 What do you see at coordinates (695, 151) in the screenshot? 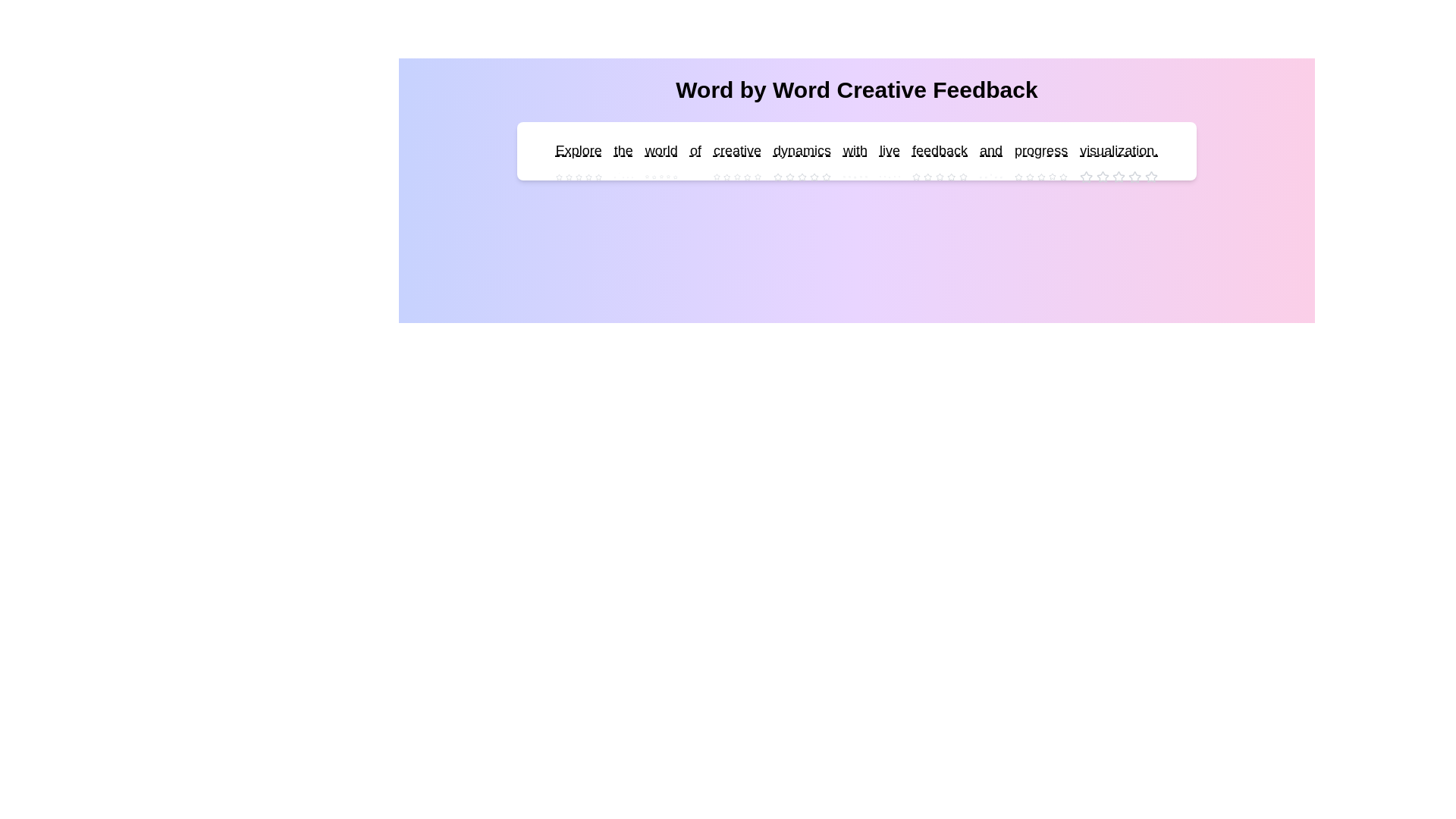
I see `the word 'of' to see its interactive area` at bounding box center [695, 151].